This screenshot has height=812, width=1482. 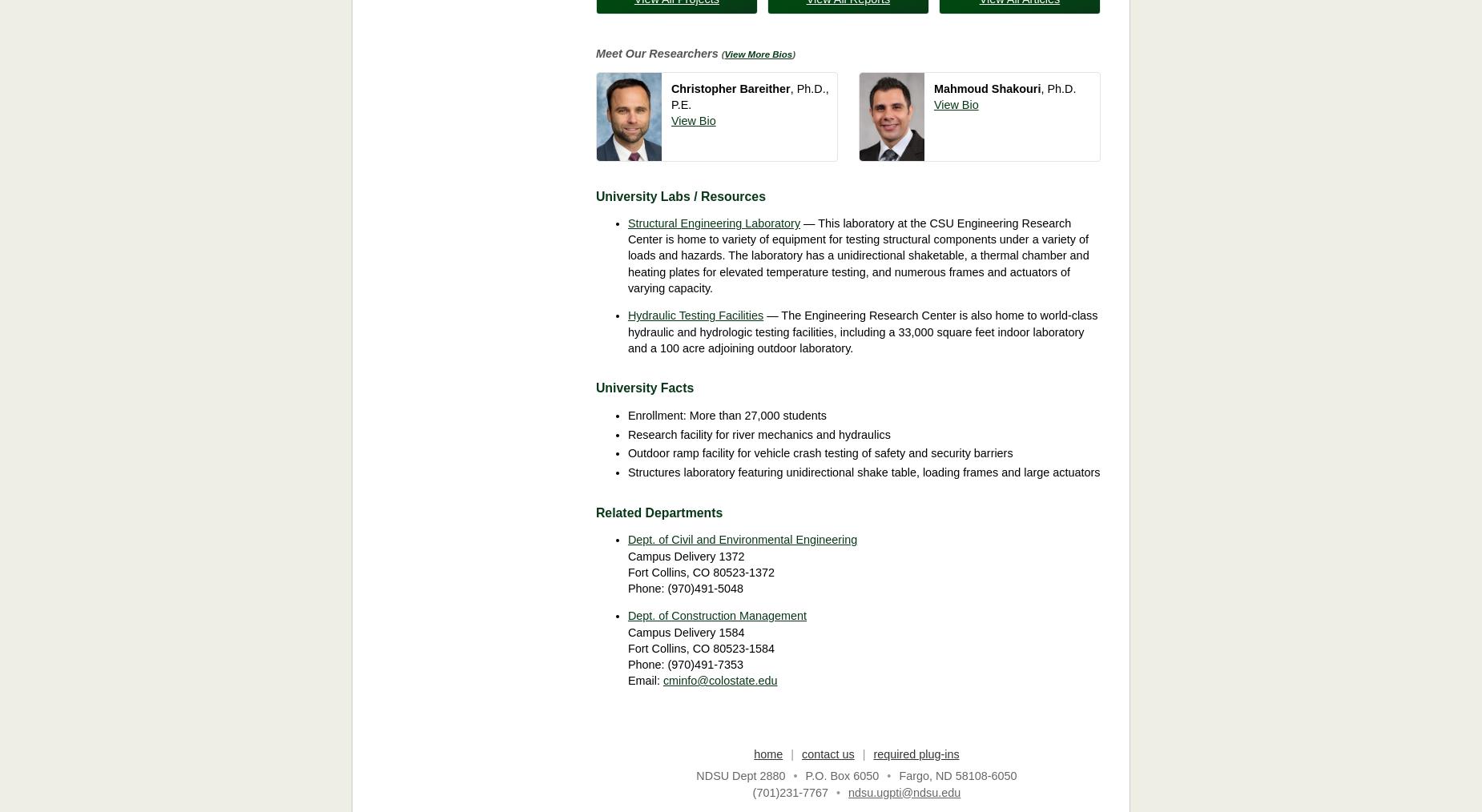 What do you see at coordinates (740, 775) in the screenshot?
I see `'NDSU Dept 2880'` at bounding box center [740, 775].